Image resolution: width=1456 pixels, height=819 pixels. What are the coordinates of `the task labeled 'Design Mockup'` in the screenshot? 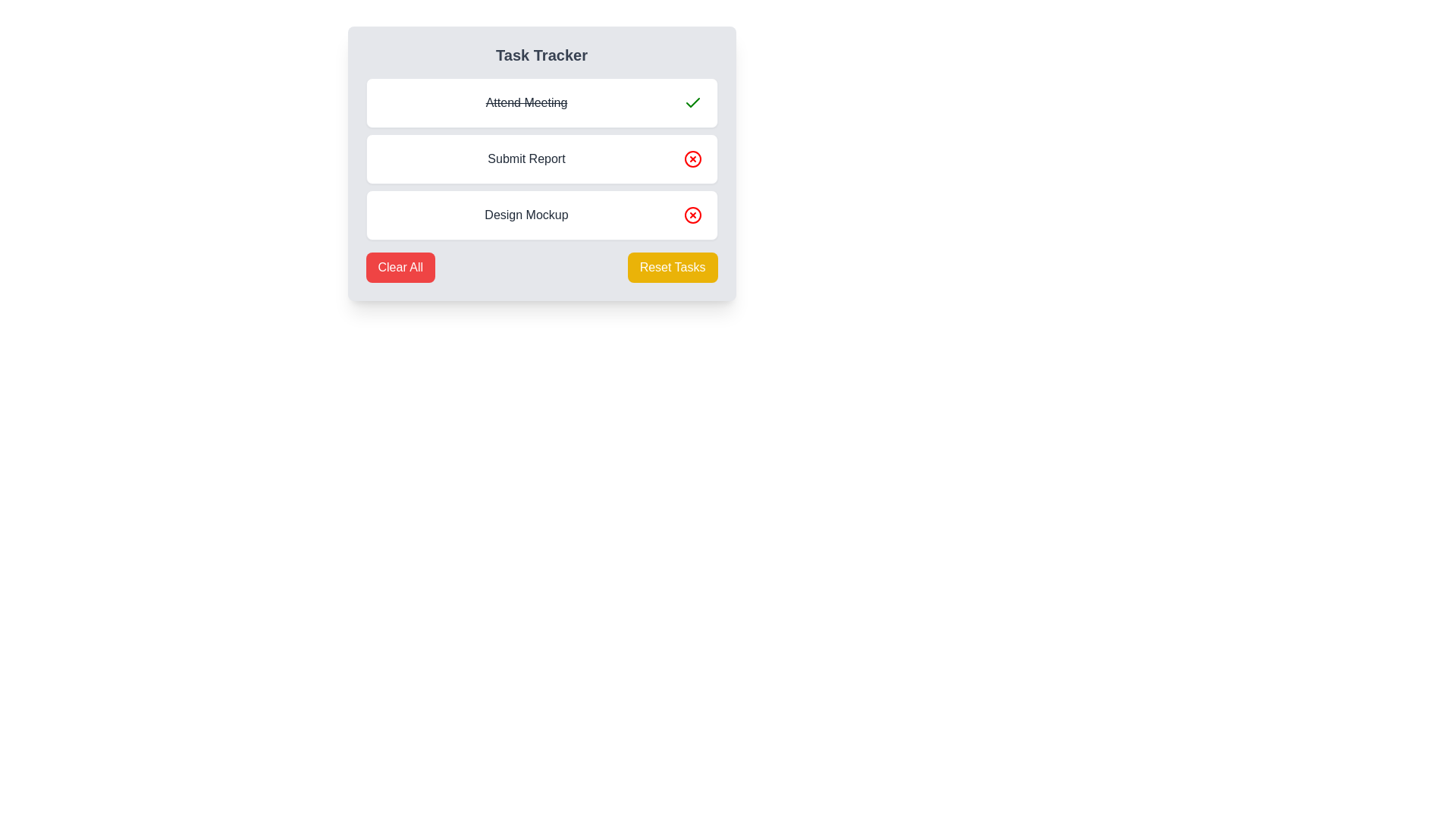 It's located at (541, 215).